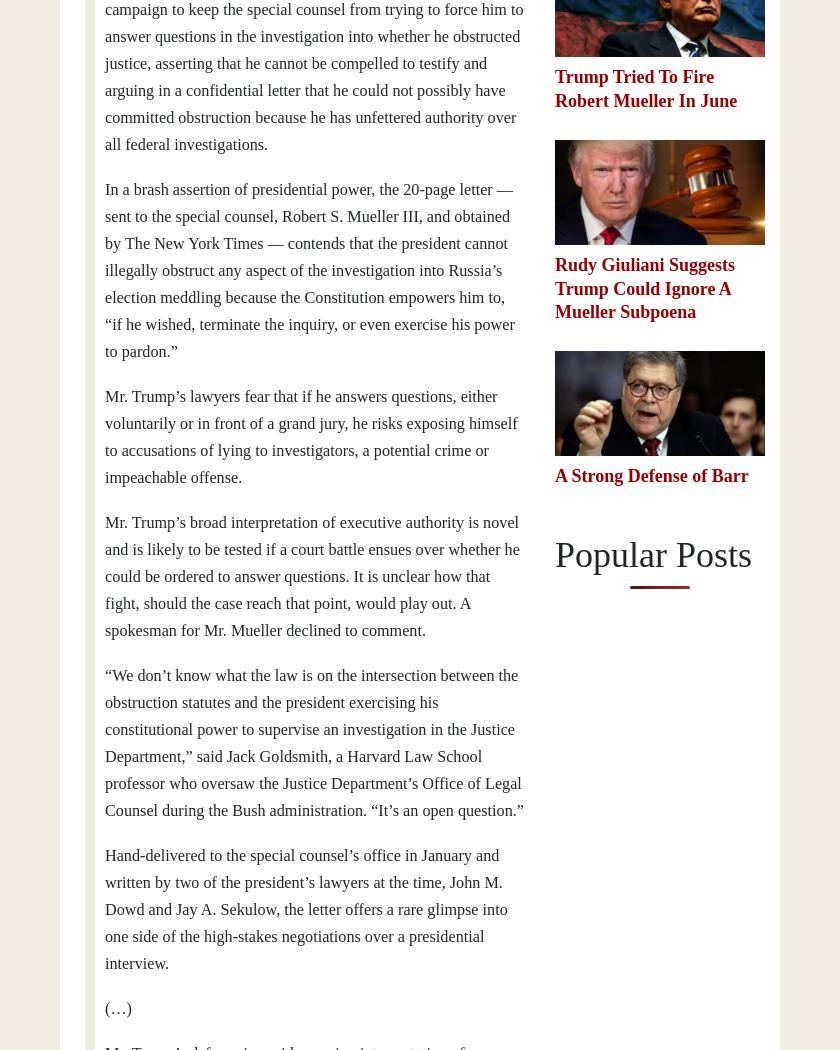 The image size is (840, 1050). I want to click on 'Rudy Giuliani Suggests Trump Could Ignore A Mueller Subpoena', so click(645, 287).